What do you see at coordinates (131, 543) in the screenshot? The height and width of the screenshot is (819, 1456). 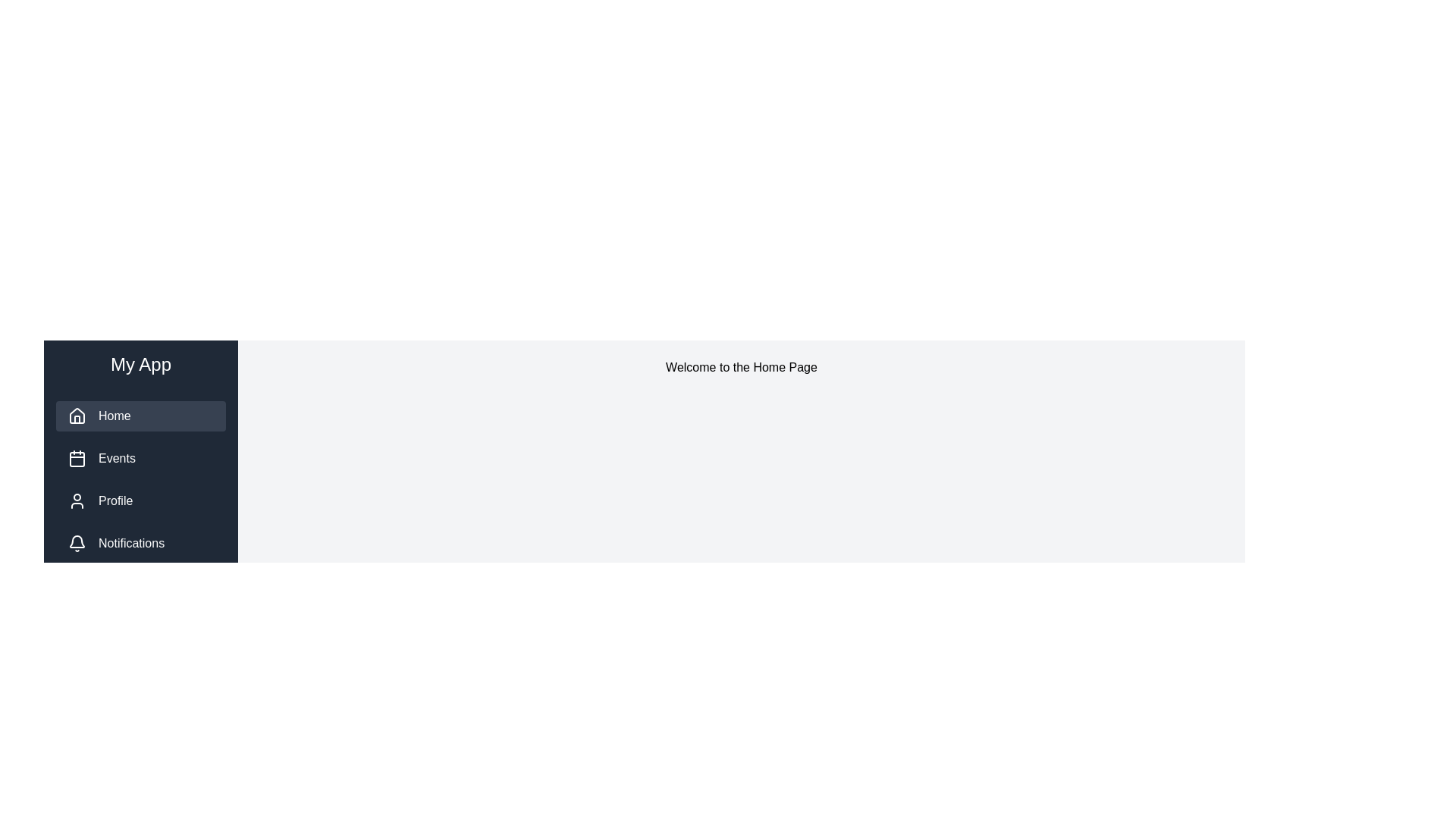 I see `the 'Notifications' text label in the side navigation menu, which is styled with white text on a dark background and is located at the bottom of the vertical navigation bar` at bounding box center [131, 543].